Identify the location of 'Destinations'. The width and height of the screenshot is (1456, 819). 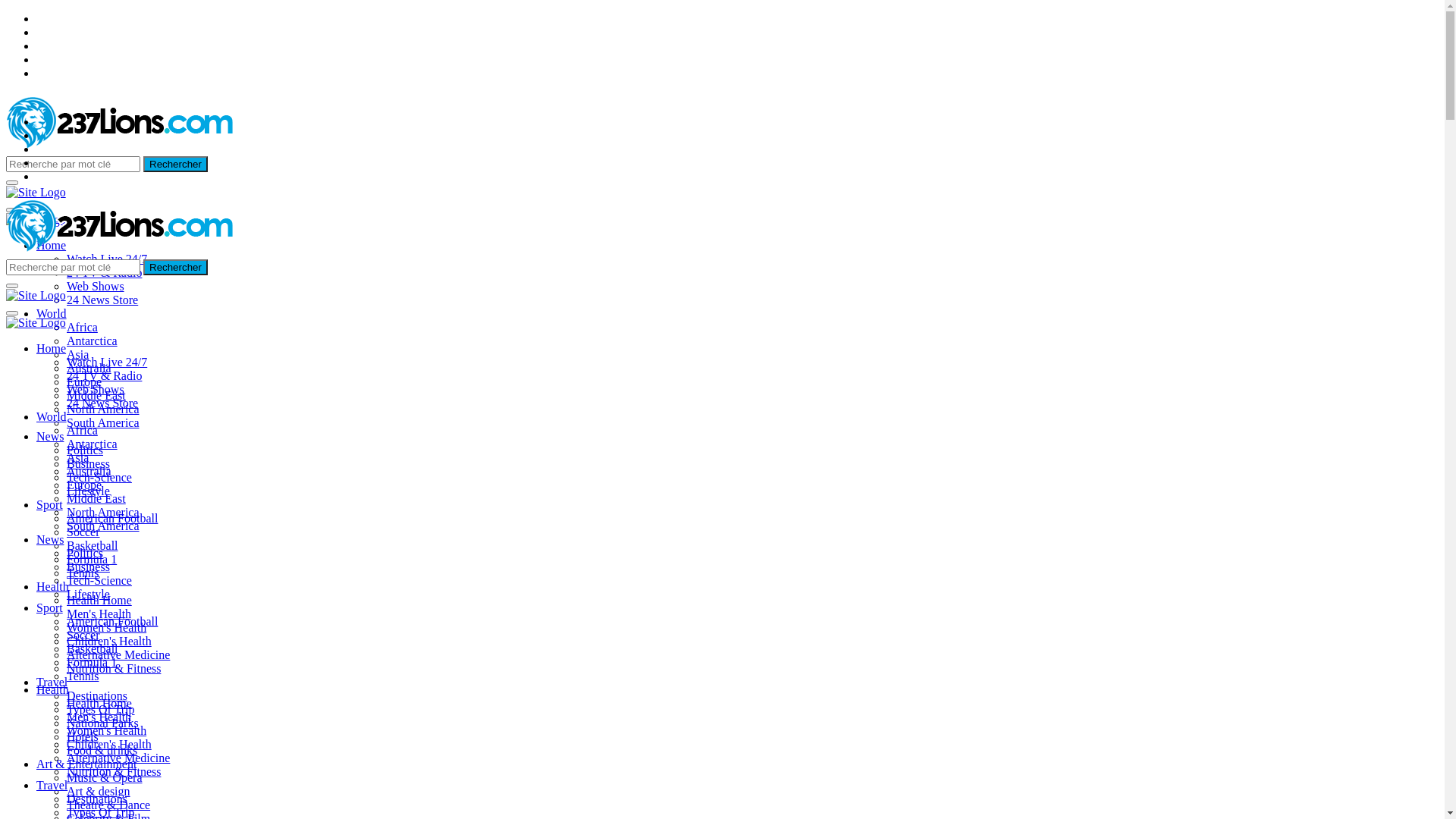
(96, 798).